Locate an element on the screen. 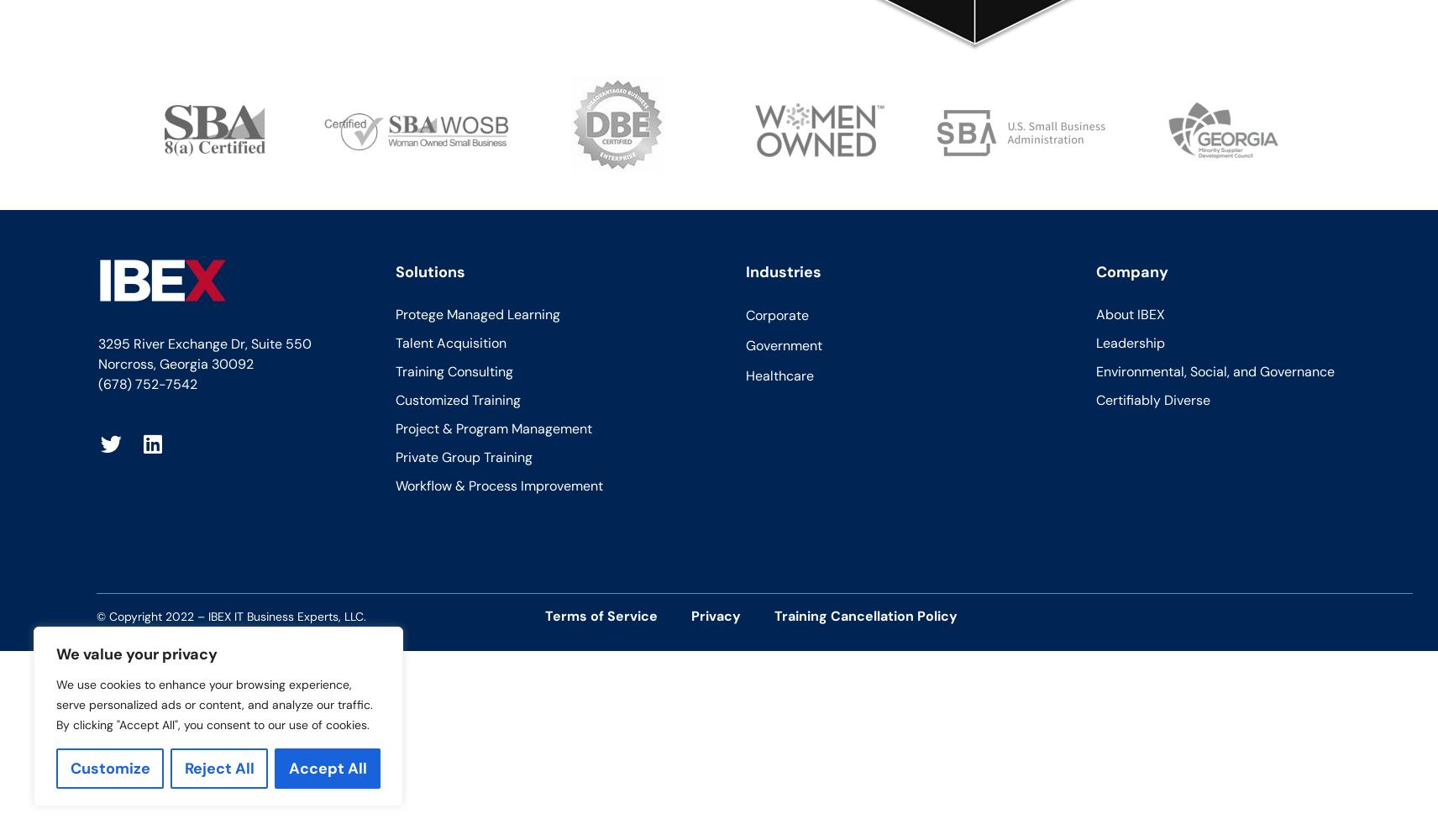 The image size is (1438, 840). 'Healthcare' is located at coordinates (778, 374).